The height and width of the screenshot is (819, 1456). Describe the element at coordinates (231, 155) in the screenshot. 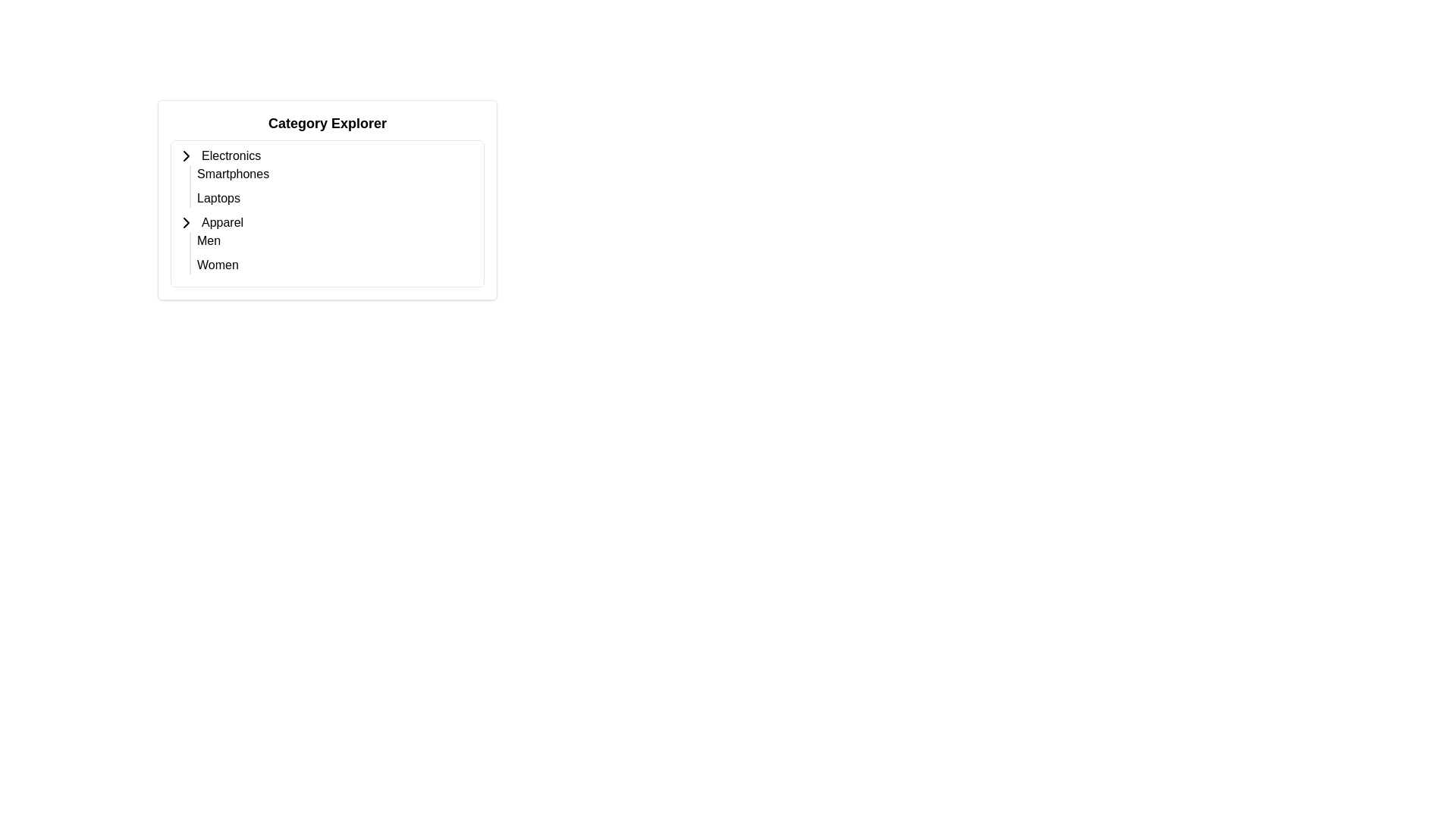

I see `the 'Electronics' text label under the 'Category Explorer' section` at that location.